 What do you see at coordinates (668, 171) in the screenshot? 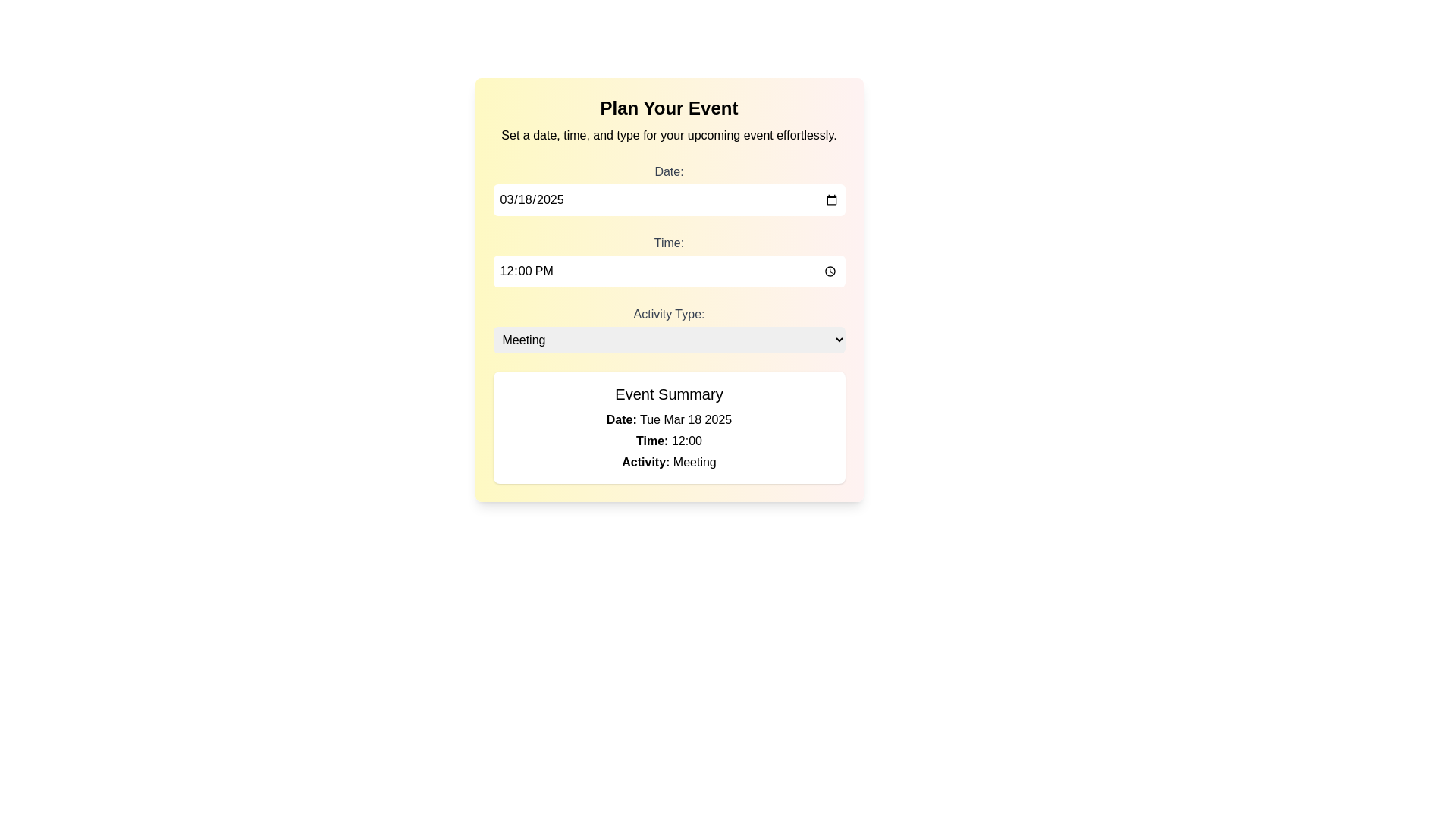
I see `the label that describes the date input field, which is located at the top of the date input row in the form interface` at bounding box center [668, 171].